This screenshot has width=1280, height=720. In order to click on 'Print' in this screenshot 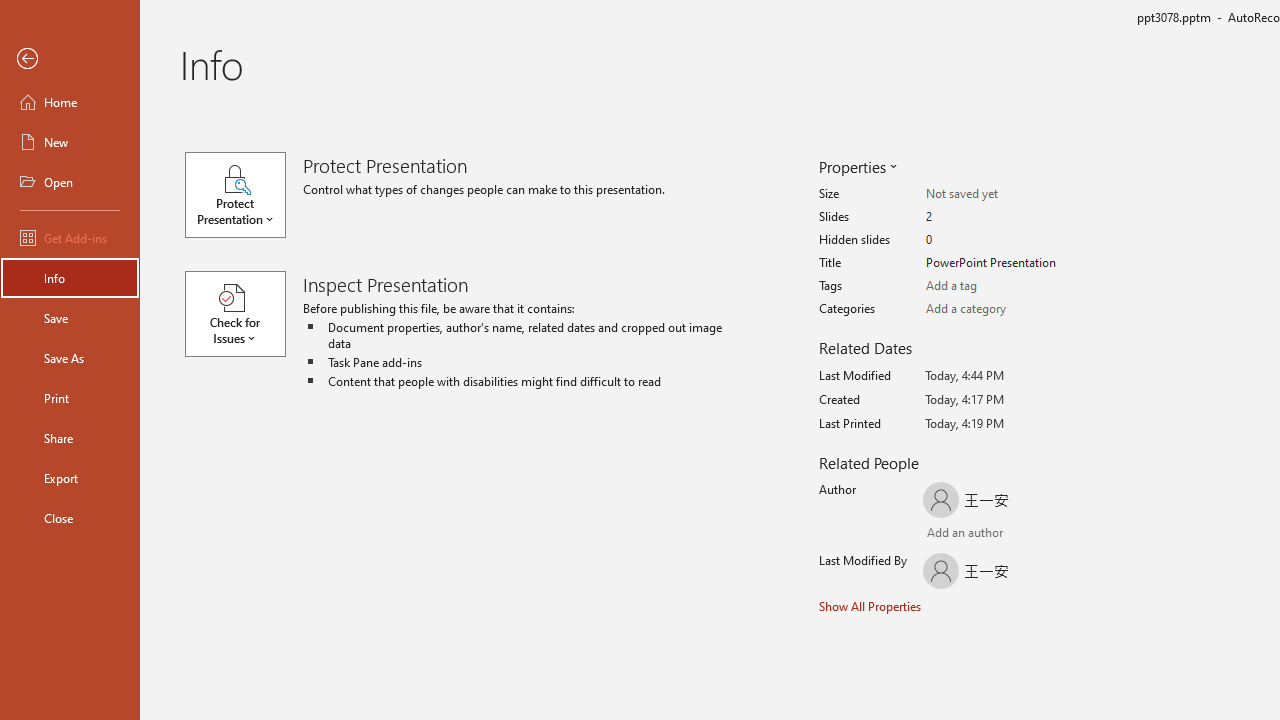, I will do `click(69, 398)`.